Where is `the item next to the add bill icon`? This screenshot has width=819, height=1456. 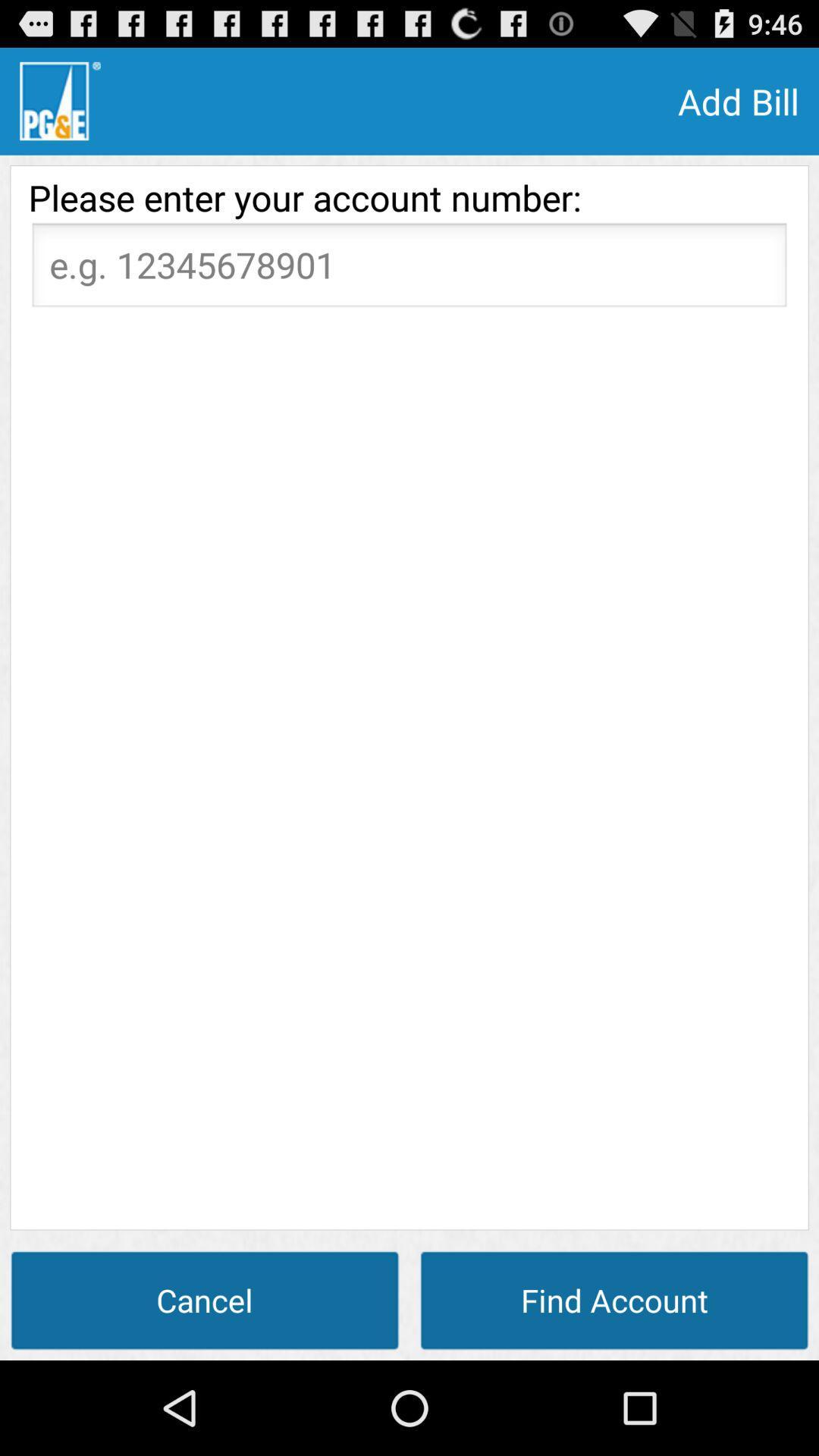 the item next to the add bill icon is located at coordinates (59, 100).